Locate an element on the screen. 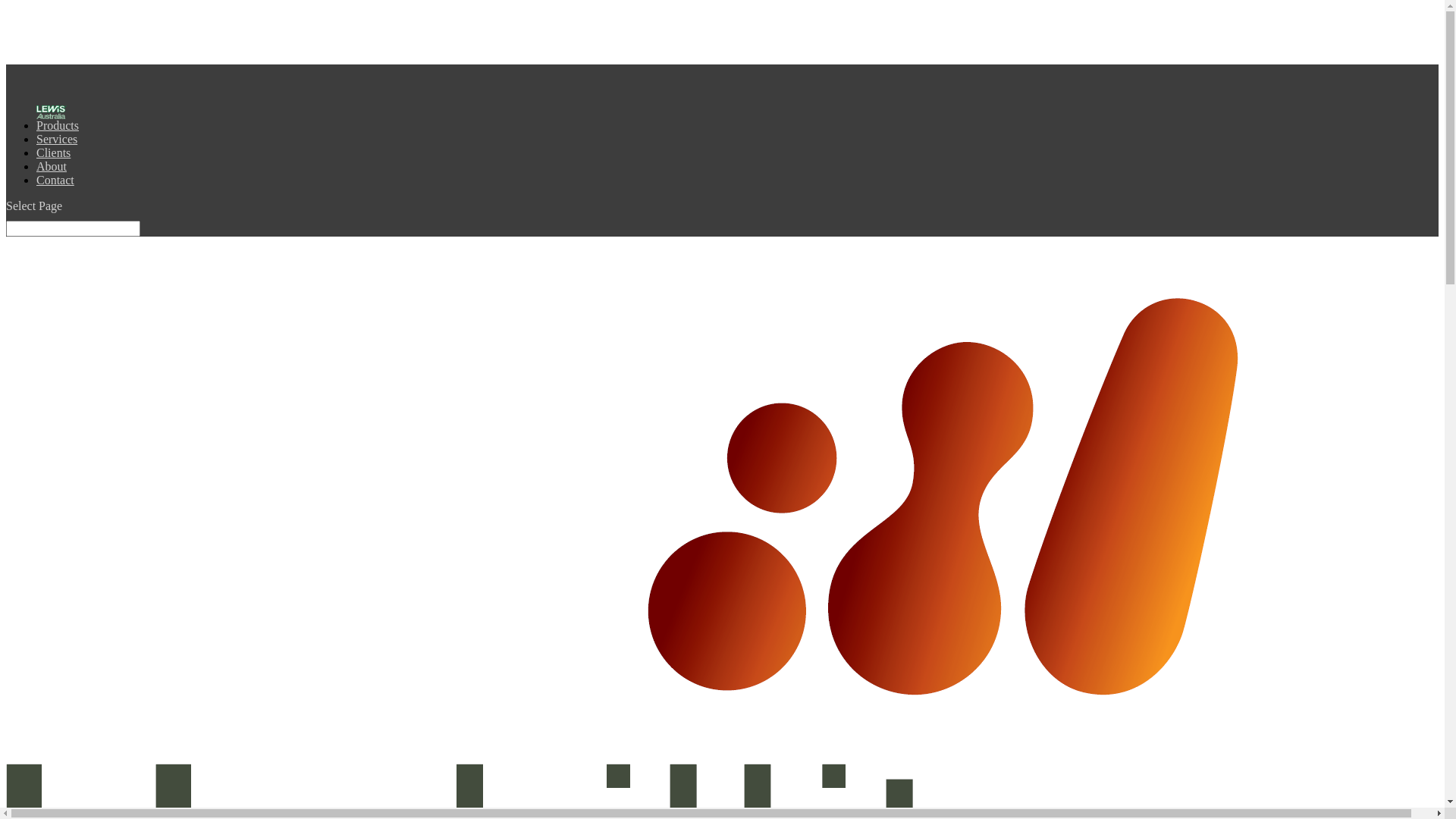 Image resolution: width=1456 pixels, height=819 pixels. 'About' is located at coordinates (51, 174).